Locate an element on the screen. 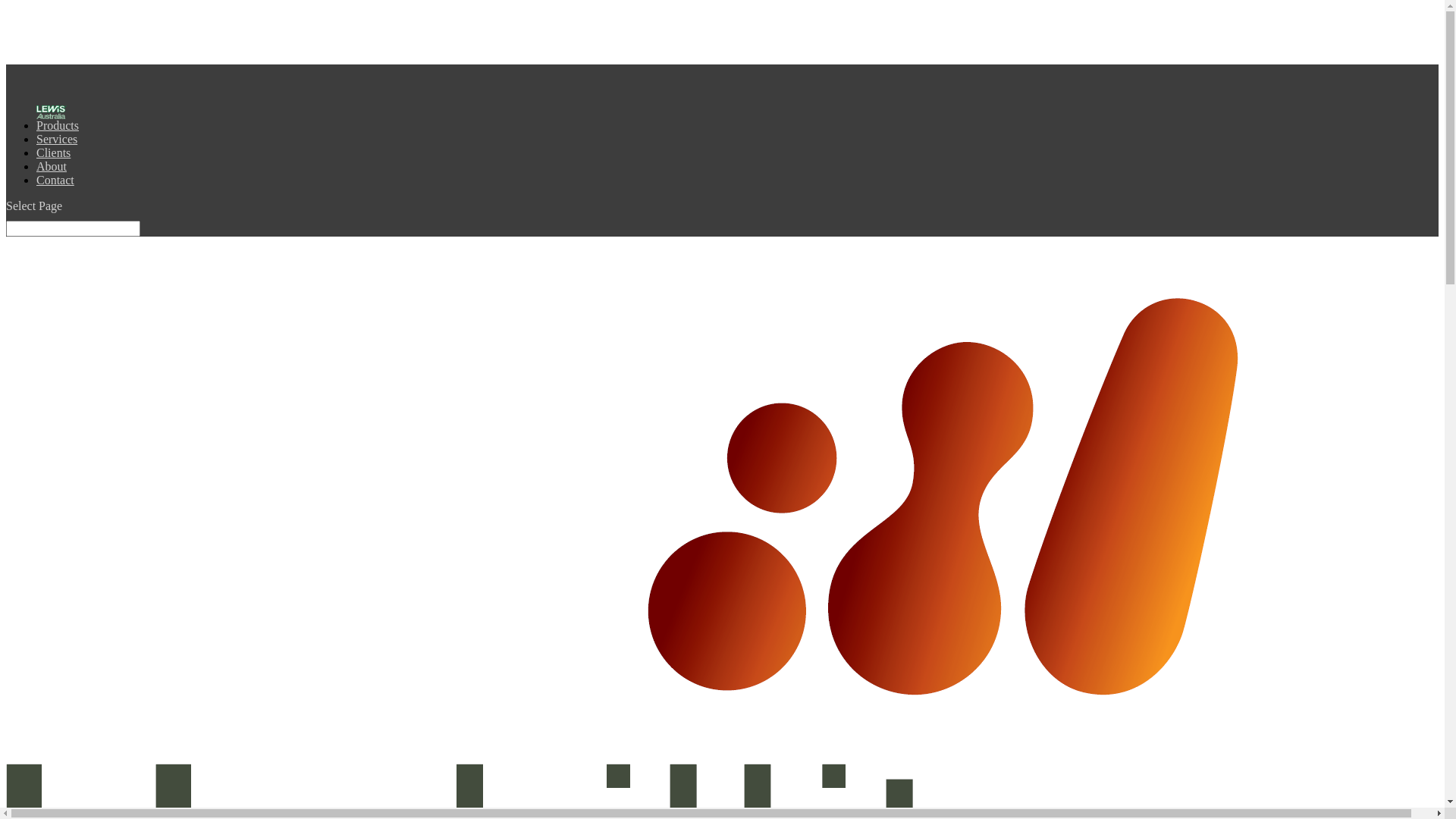 Image resolution: width=1456 pixels, height=819 pixels. 'About' is located at coordinates (51, 174).